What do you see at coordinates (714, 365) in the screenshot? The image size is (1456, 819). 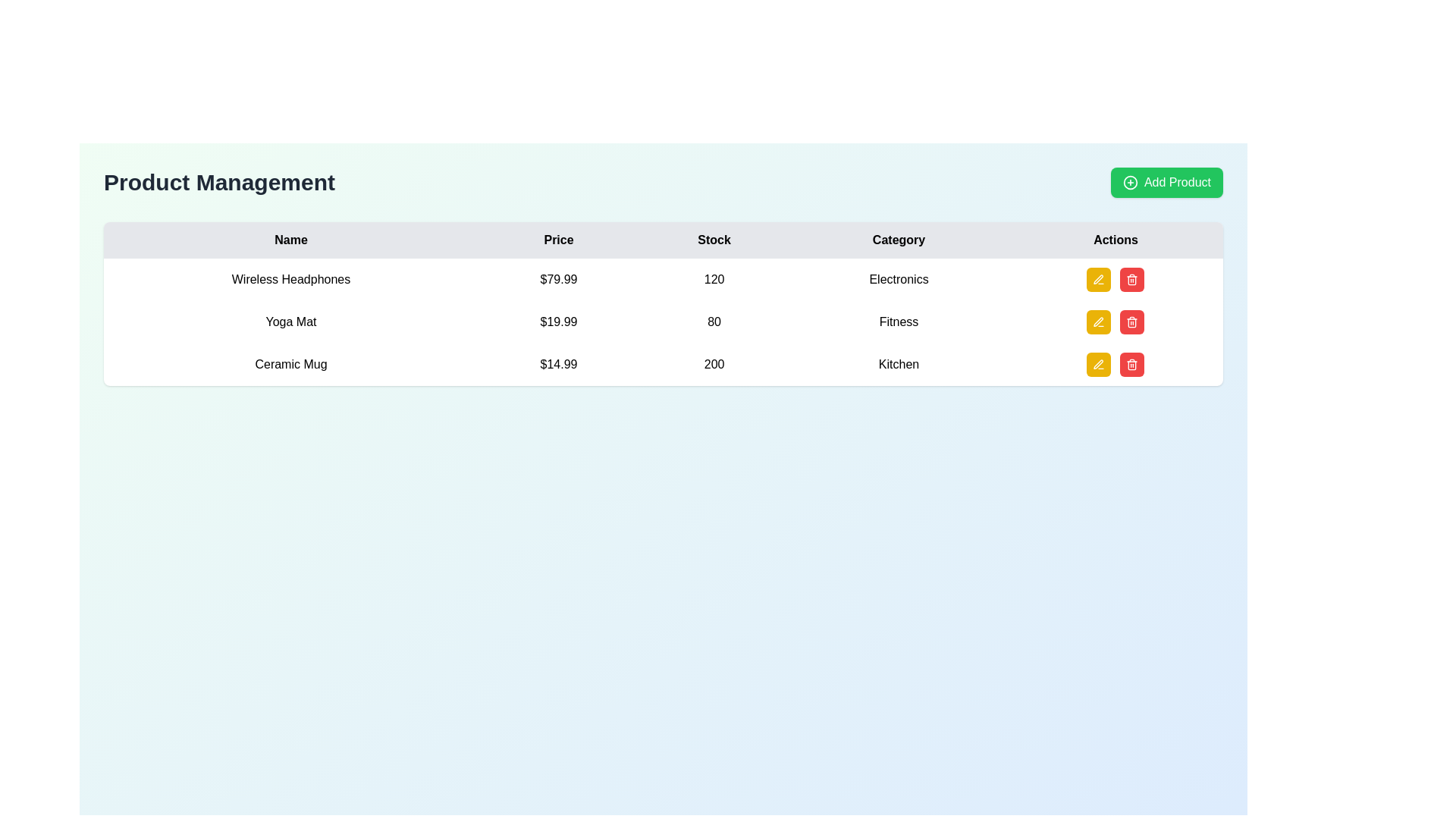 I see `stock value displayed for the product 'Ceramic Mug' located in the third row and third column of the product management table` at bounding box center [714, 365].